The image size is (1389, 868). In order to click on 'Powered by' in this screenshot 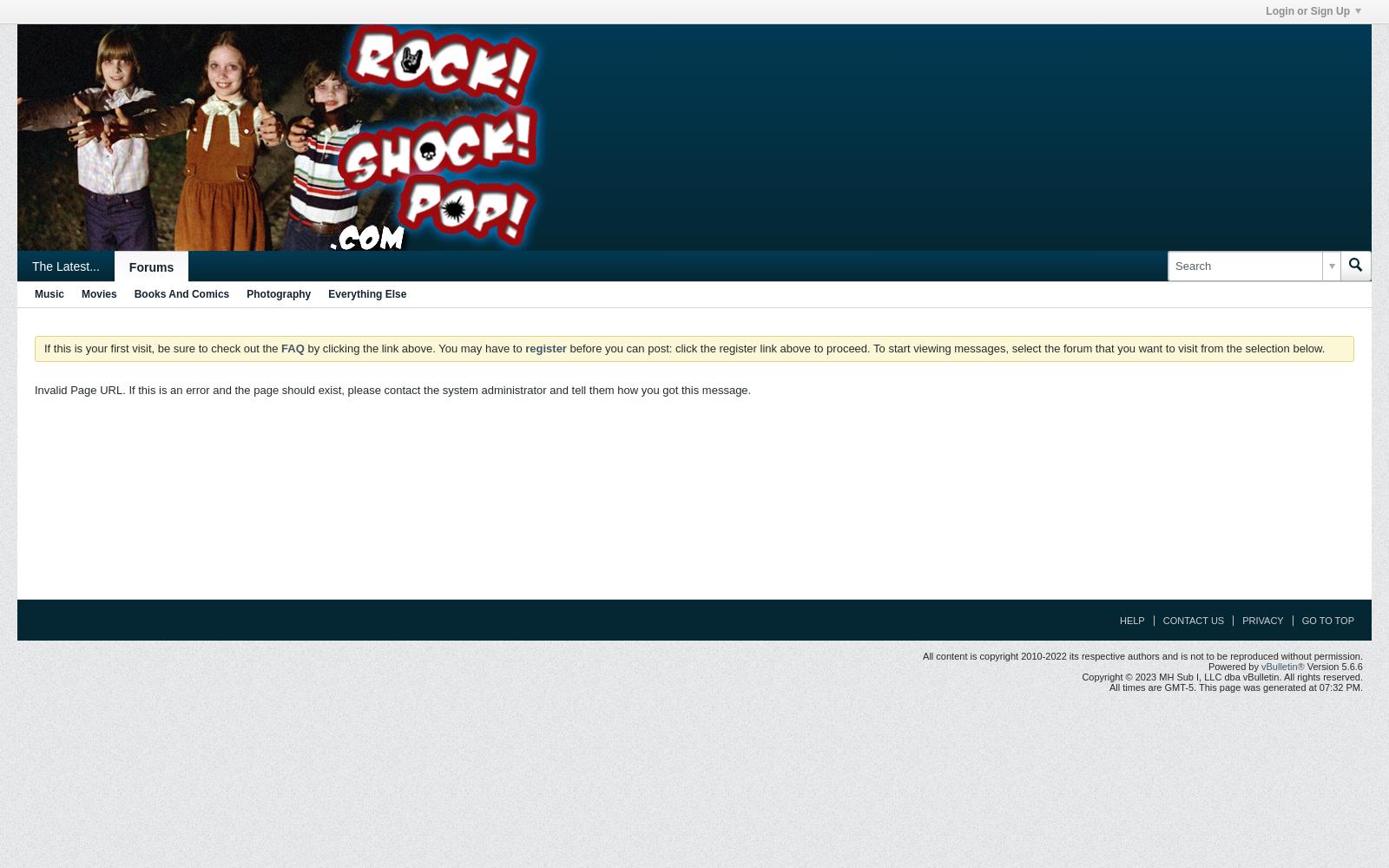, I will do `click(1207, 667)`.